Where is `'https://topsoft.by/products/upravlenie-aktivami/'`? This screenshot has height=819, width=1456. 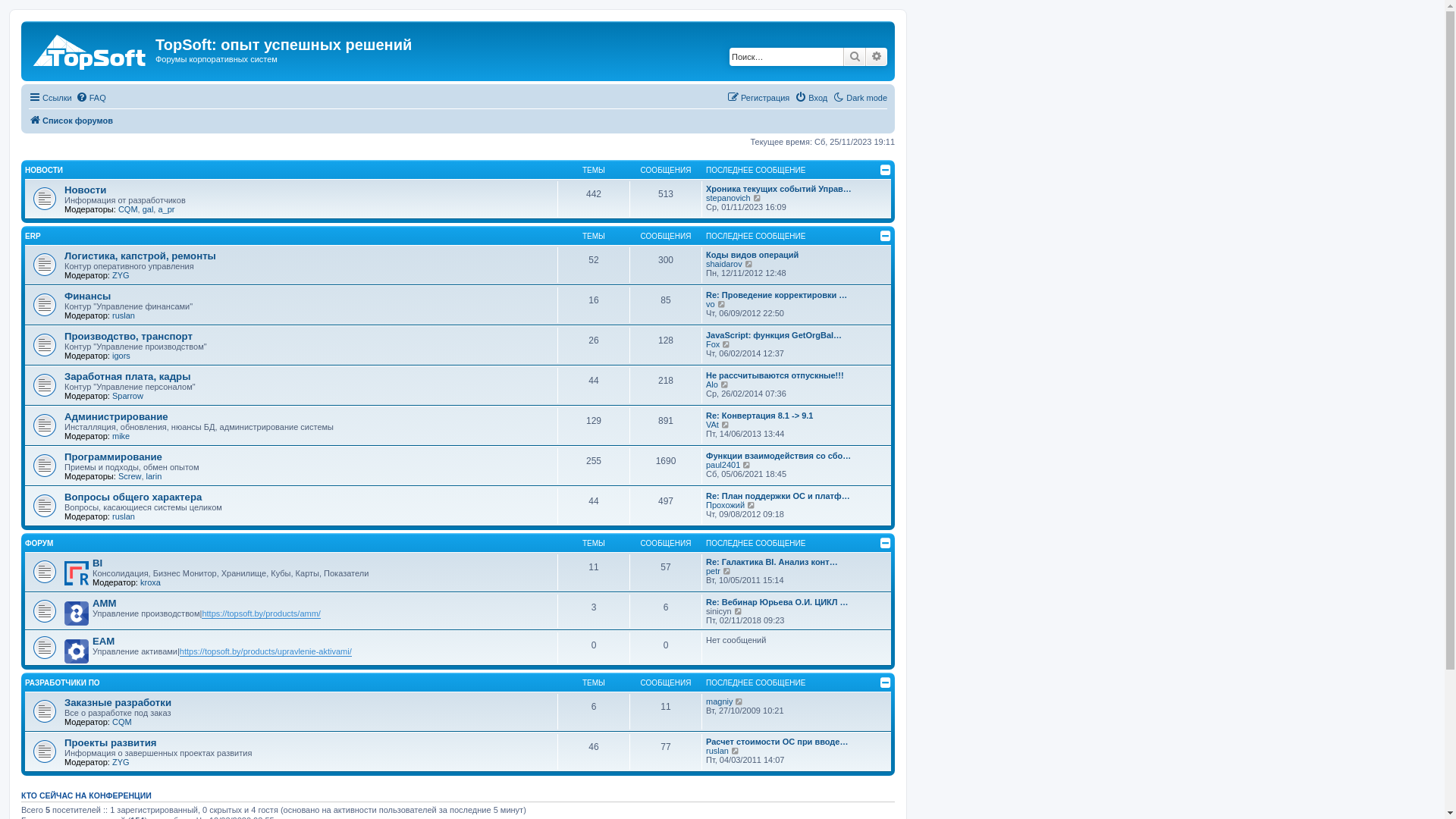 'https://topsoft.by/products/upravlenie-aktivami/' is located at coordinates (265, 651).